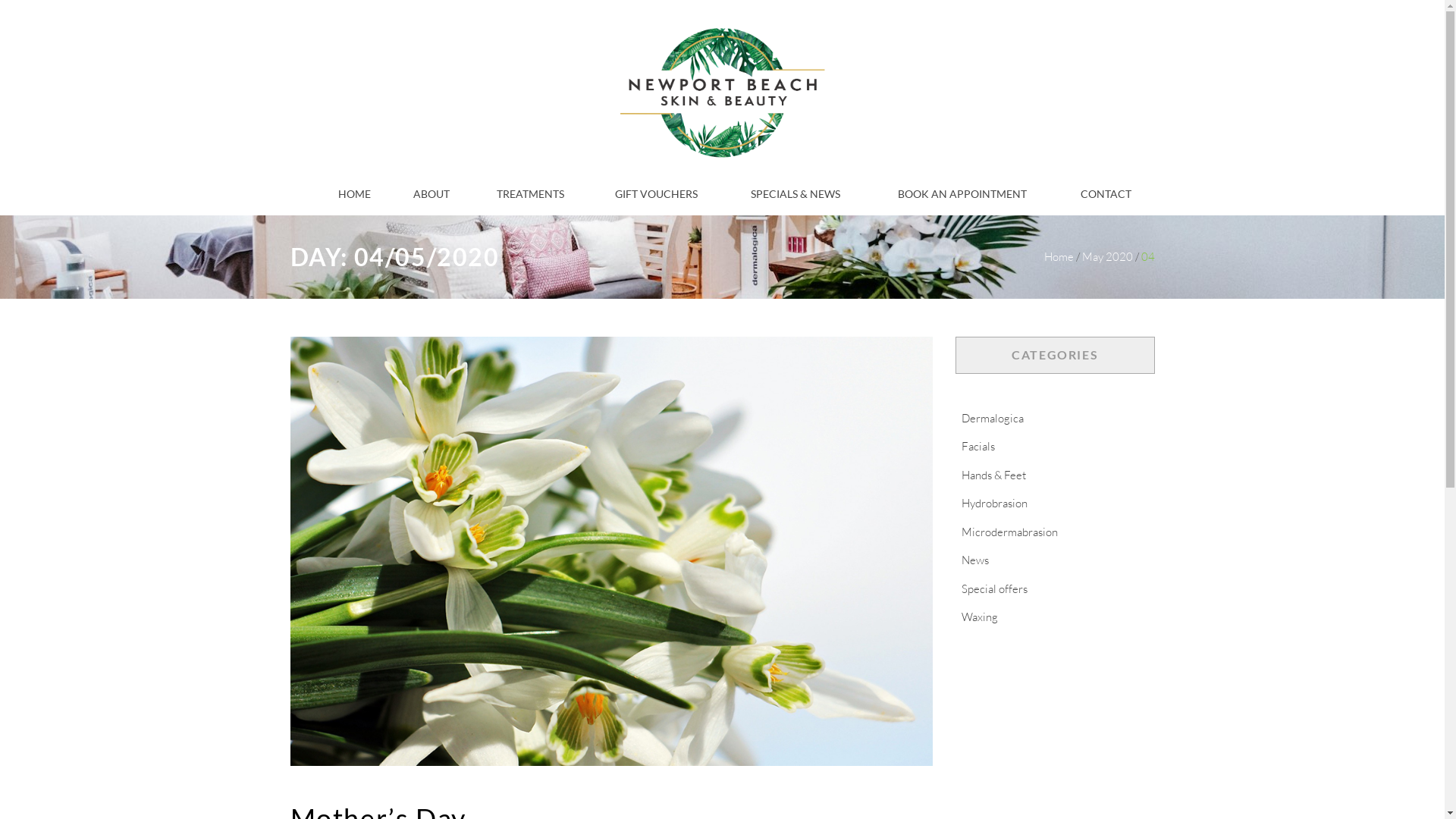 The width and height of the screenshot is (1456, 819). Describe the element at coordinates (994, 503) in the screenshot. I see `'Hydrobrasion'` at that location.